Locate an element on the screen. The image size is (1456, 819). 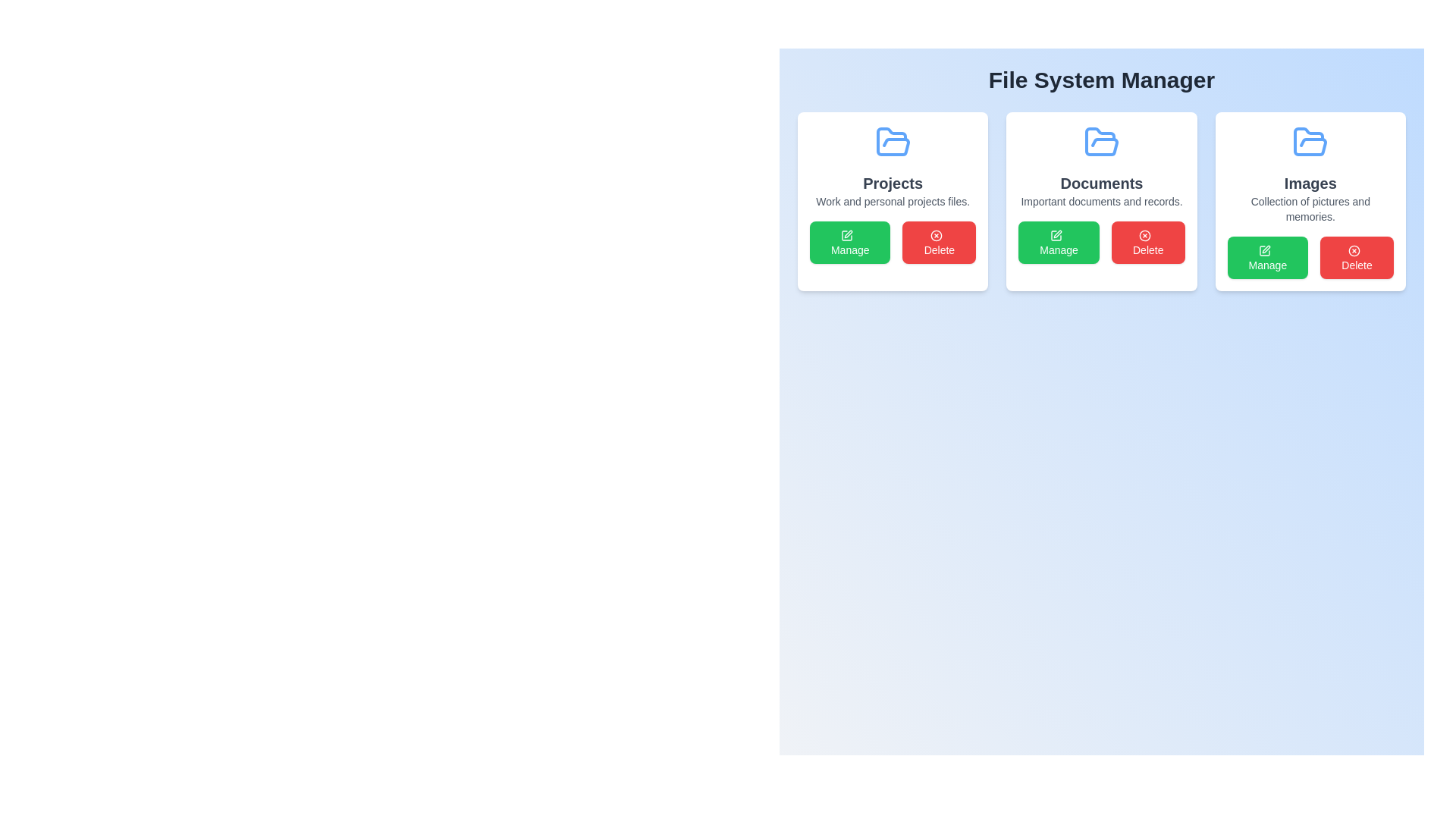
the text label that identifies the card, positioned below the folder icon and above the descriptive text in the leftmost card is located at coordinates (893, 183).